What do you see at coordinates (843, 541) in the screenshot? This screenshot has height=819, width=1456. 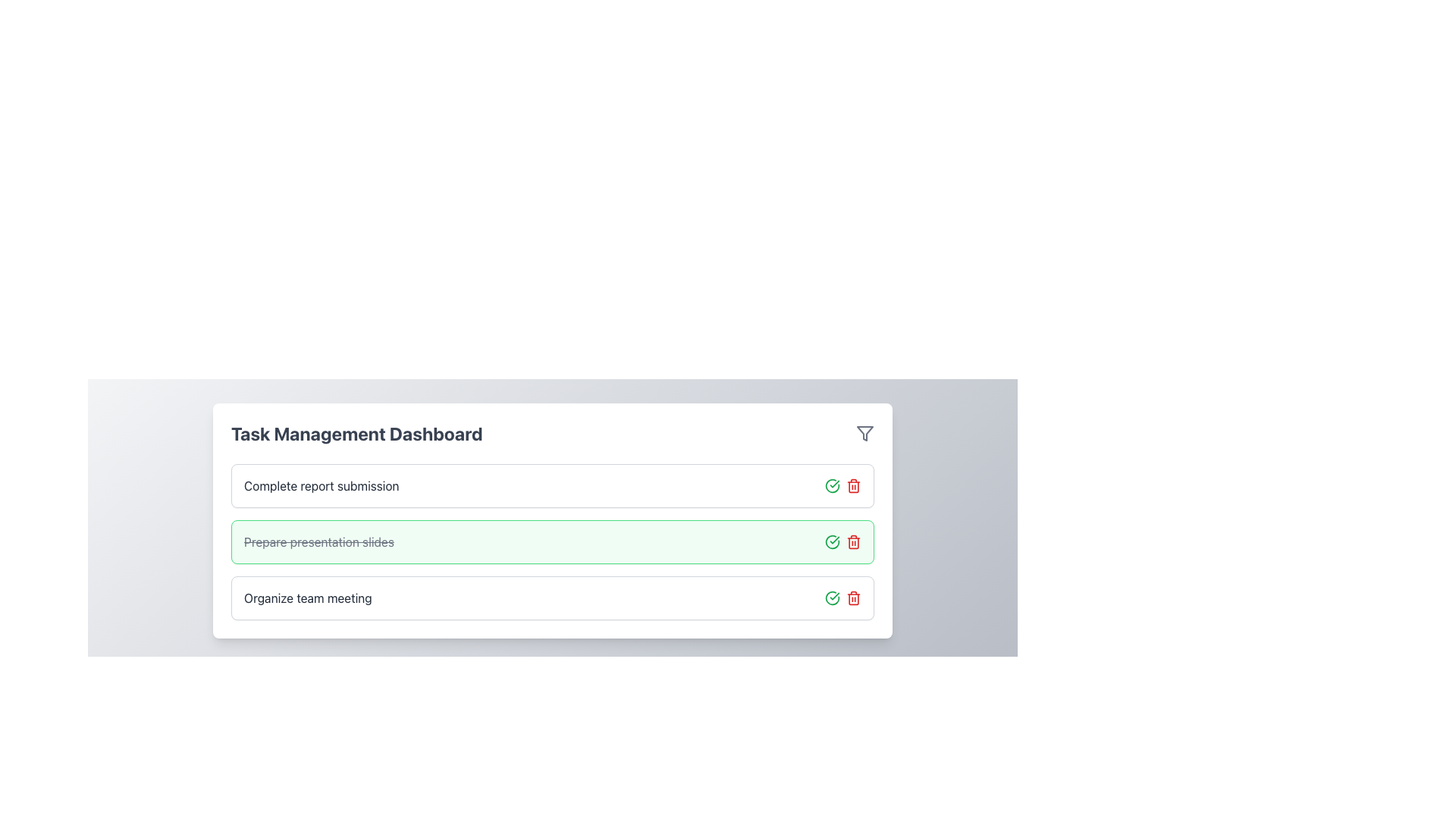 I see `the red trash can icon located at the right end of the 'Prepare presentation slides' task row` at bounding box center [843, 541].